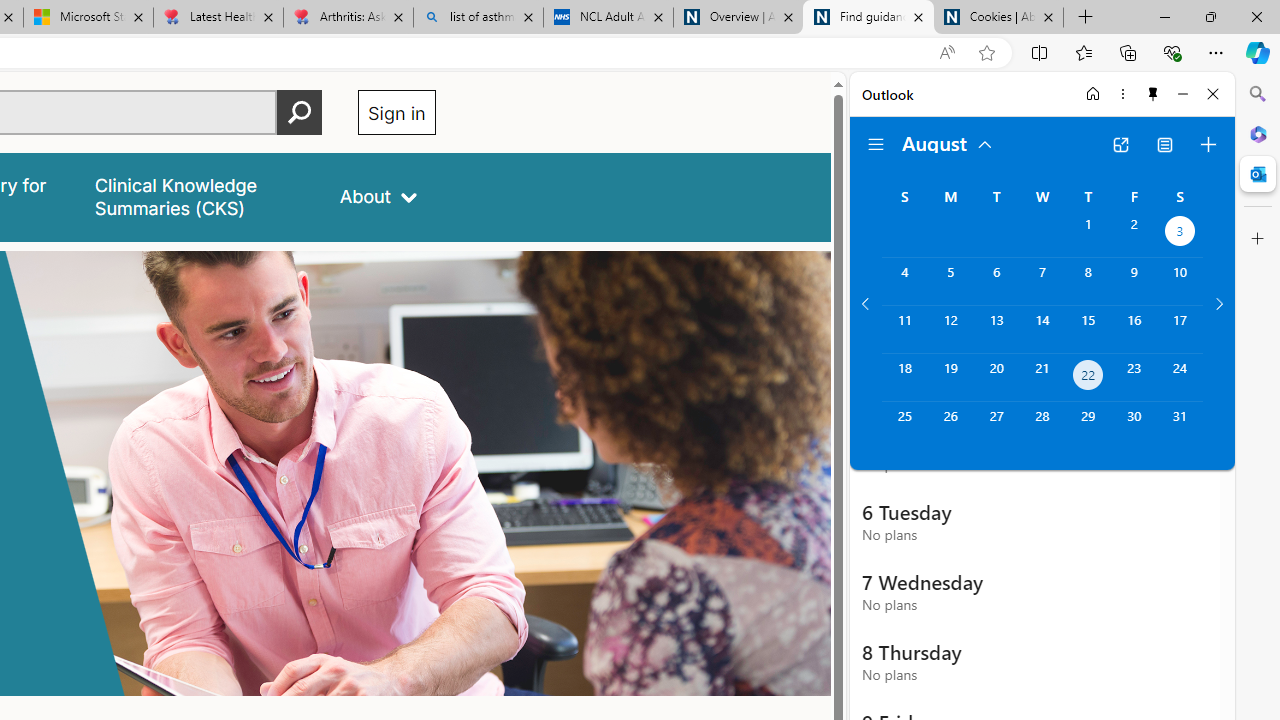  Describe the element at coordinates (1134, 424) in the screenshot. I see `'Friday, August 30, 2024. '` at that location.